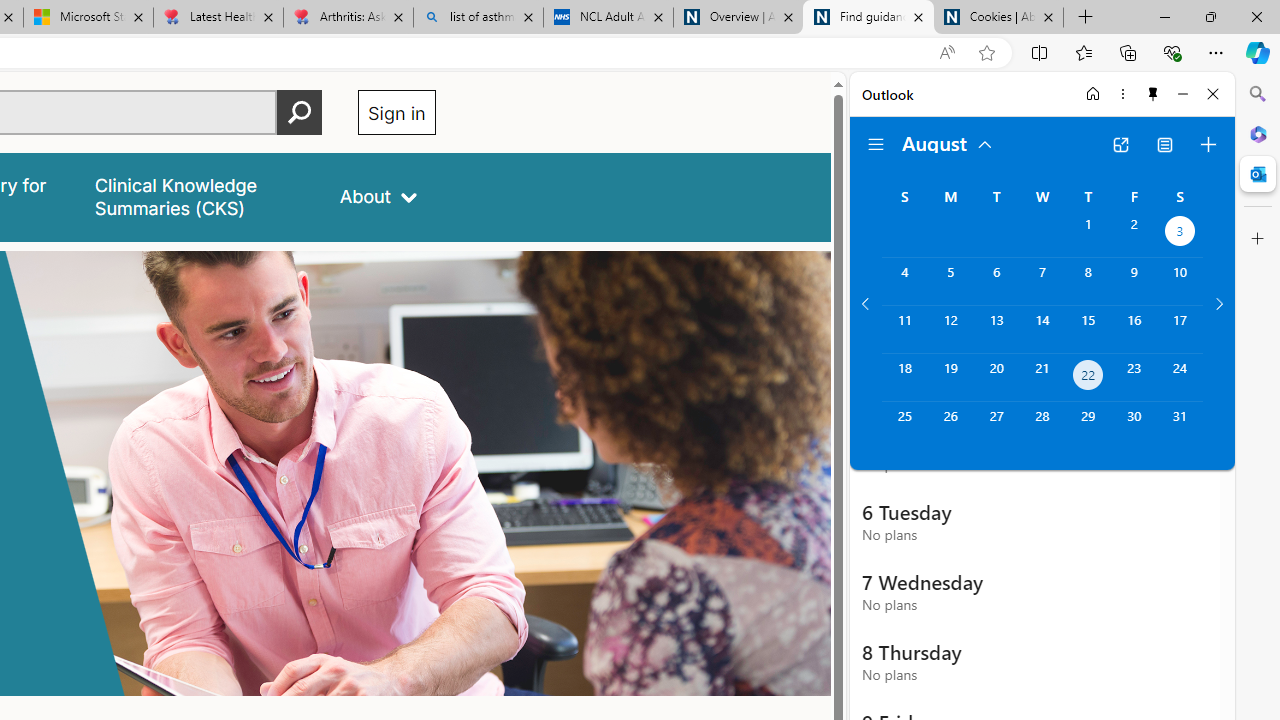  Describe the element at coordinates (1134, 424) in the screenshot. I see `'Friday, August 30, 2024. '` at that location.